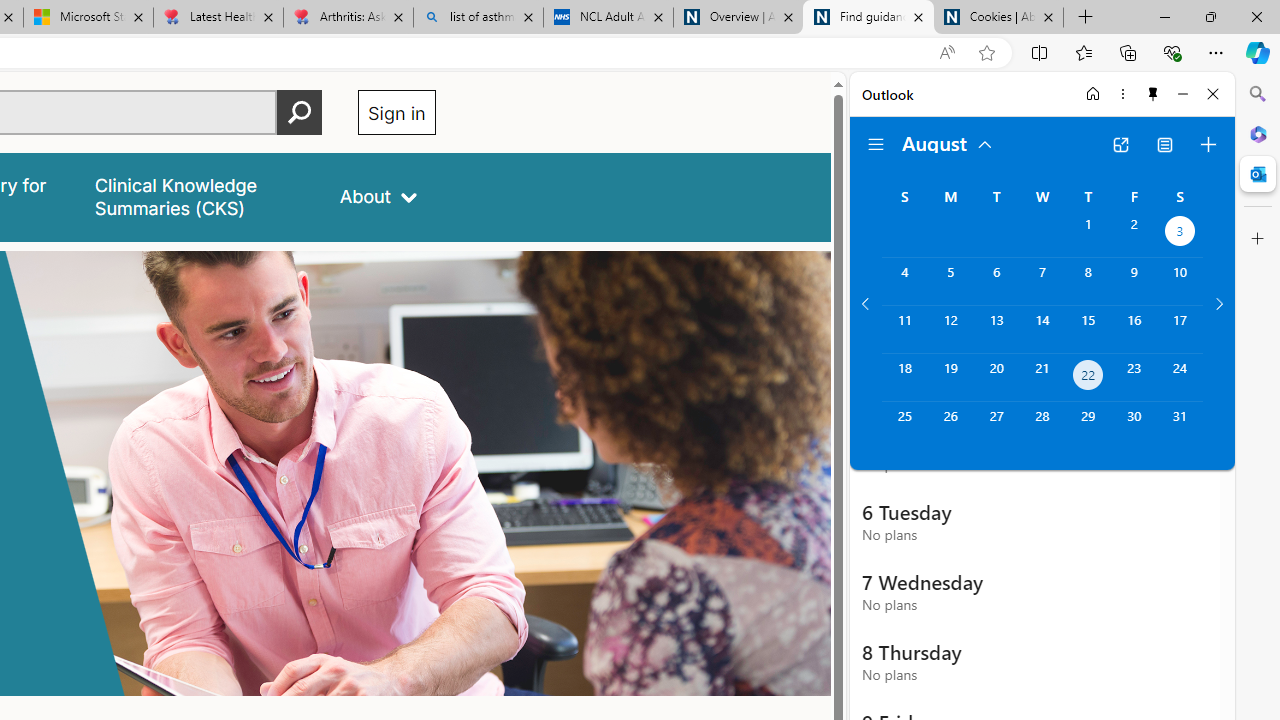  Describe the element at coordinates (1134, 424) in the screenshot. I see `'Friday, August 30, 2024. '` at that location.